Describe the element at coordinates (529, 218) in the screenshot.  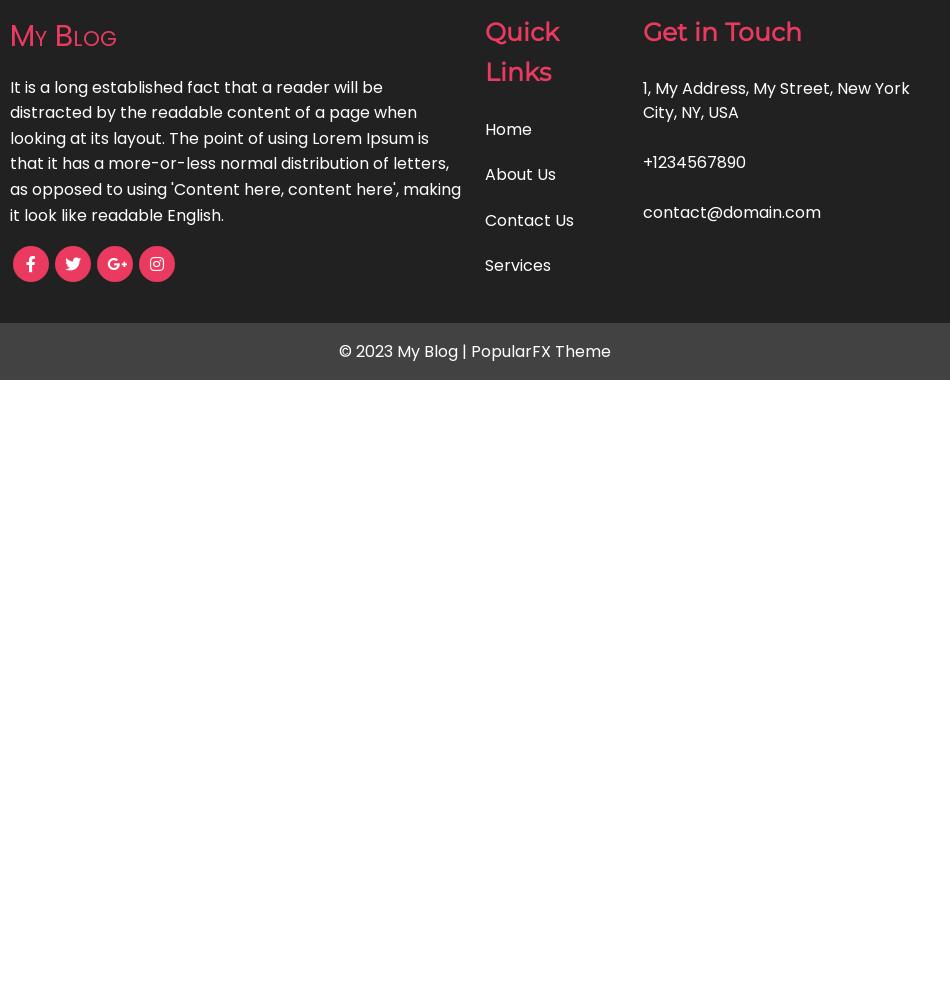
I see `'Contact Us'` at that location.